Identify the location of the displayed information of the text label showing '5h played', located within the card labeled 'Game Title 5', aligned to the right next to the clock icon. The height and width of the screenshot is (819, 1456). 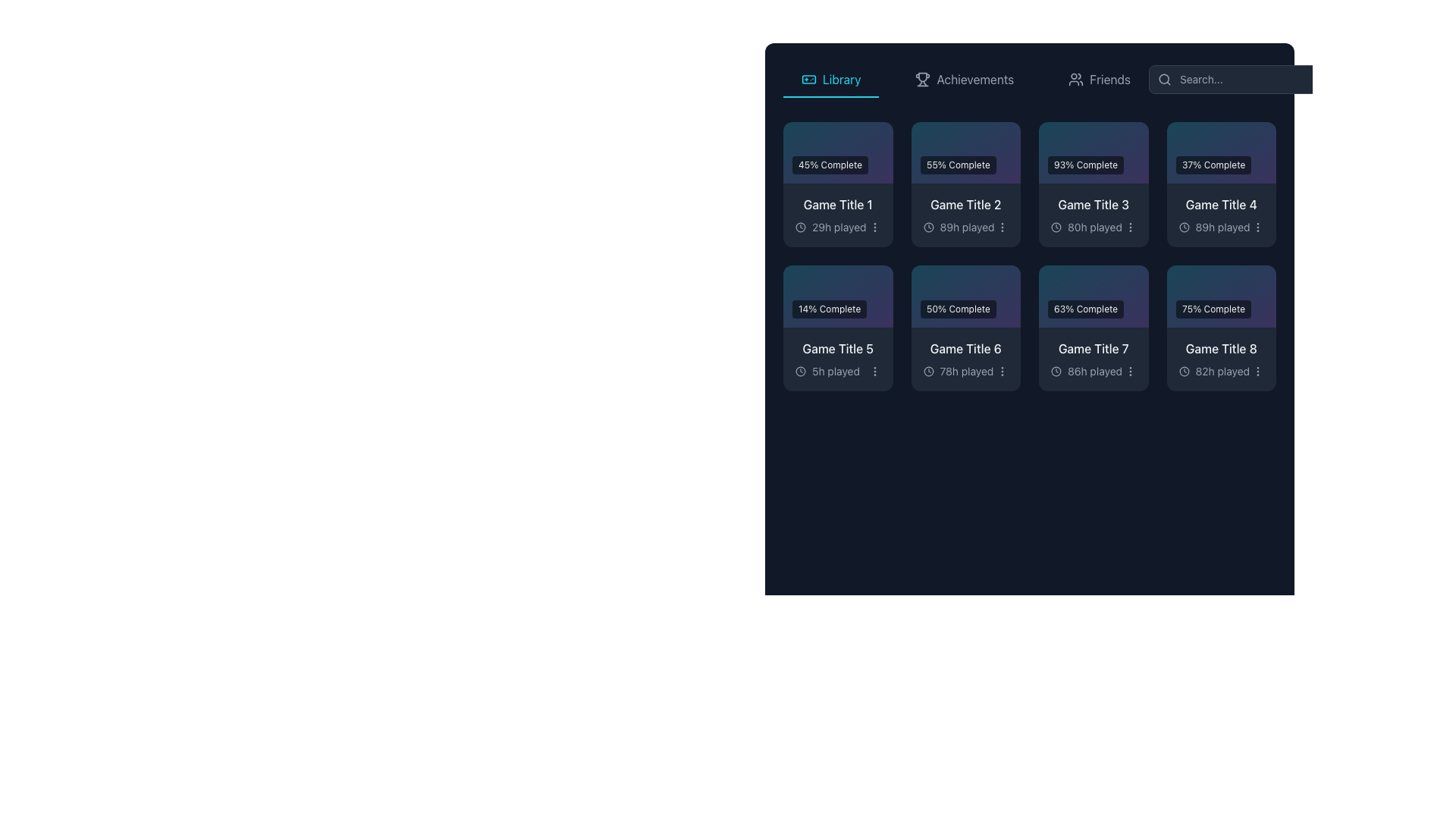
(837, 371).